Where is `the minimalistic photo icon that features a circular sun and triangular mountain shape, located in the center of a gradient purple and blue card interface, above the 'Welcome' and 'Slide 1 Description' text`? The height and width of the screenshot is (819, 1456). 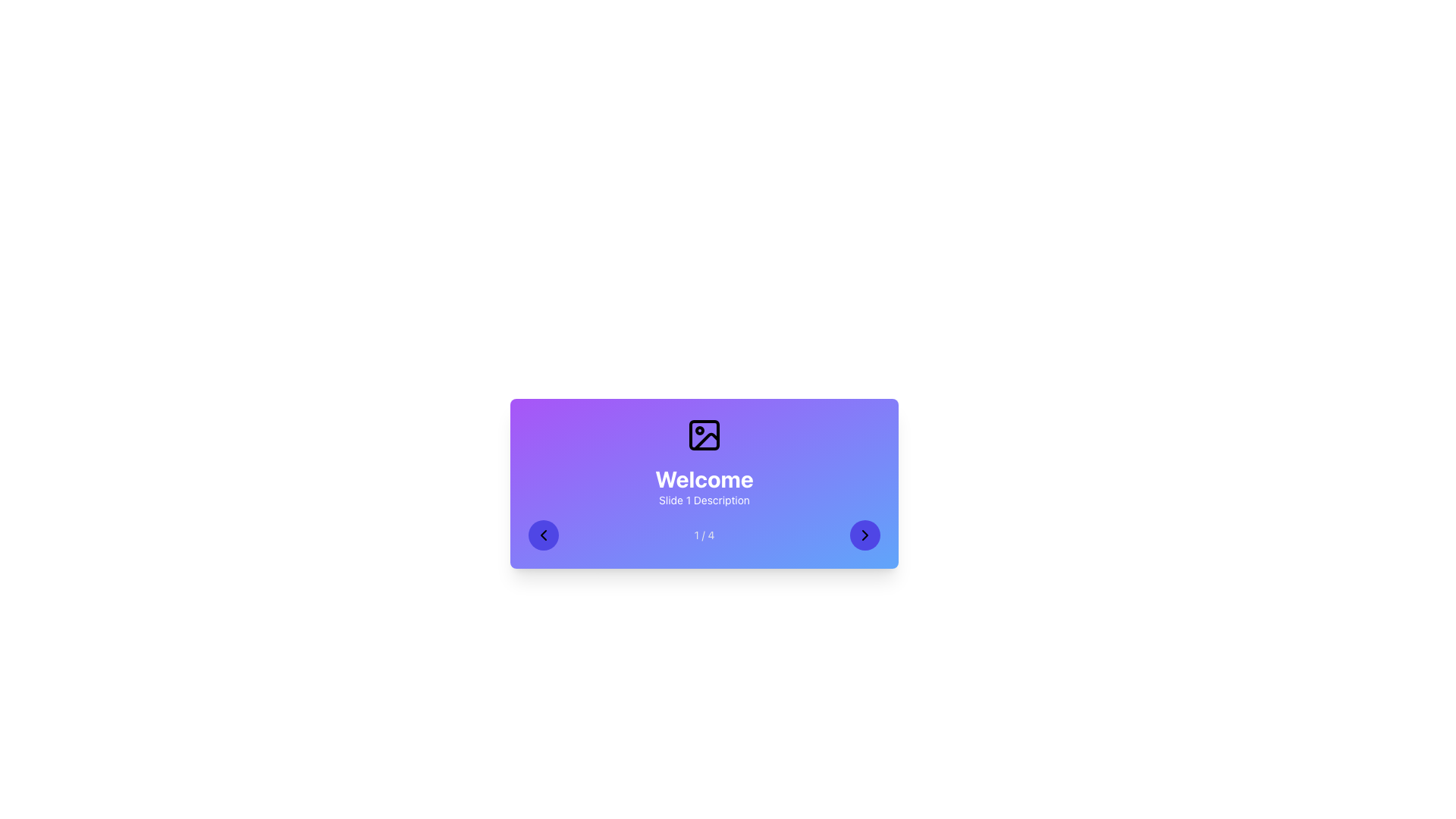 the minimalistic photo icon that features a circular sun and triangular mountain shape, located in the center of a gradient purple and blue card interface, above the 'Welcome' and 'Slide 1 Description' text is located at coordinates (704, 435).